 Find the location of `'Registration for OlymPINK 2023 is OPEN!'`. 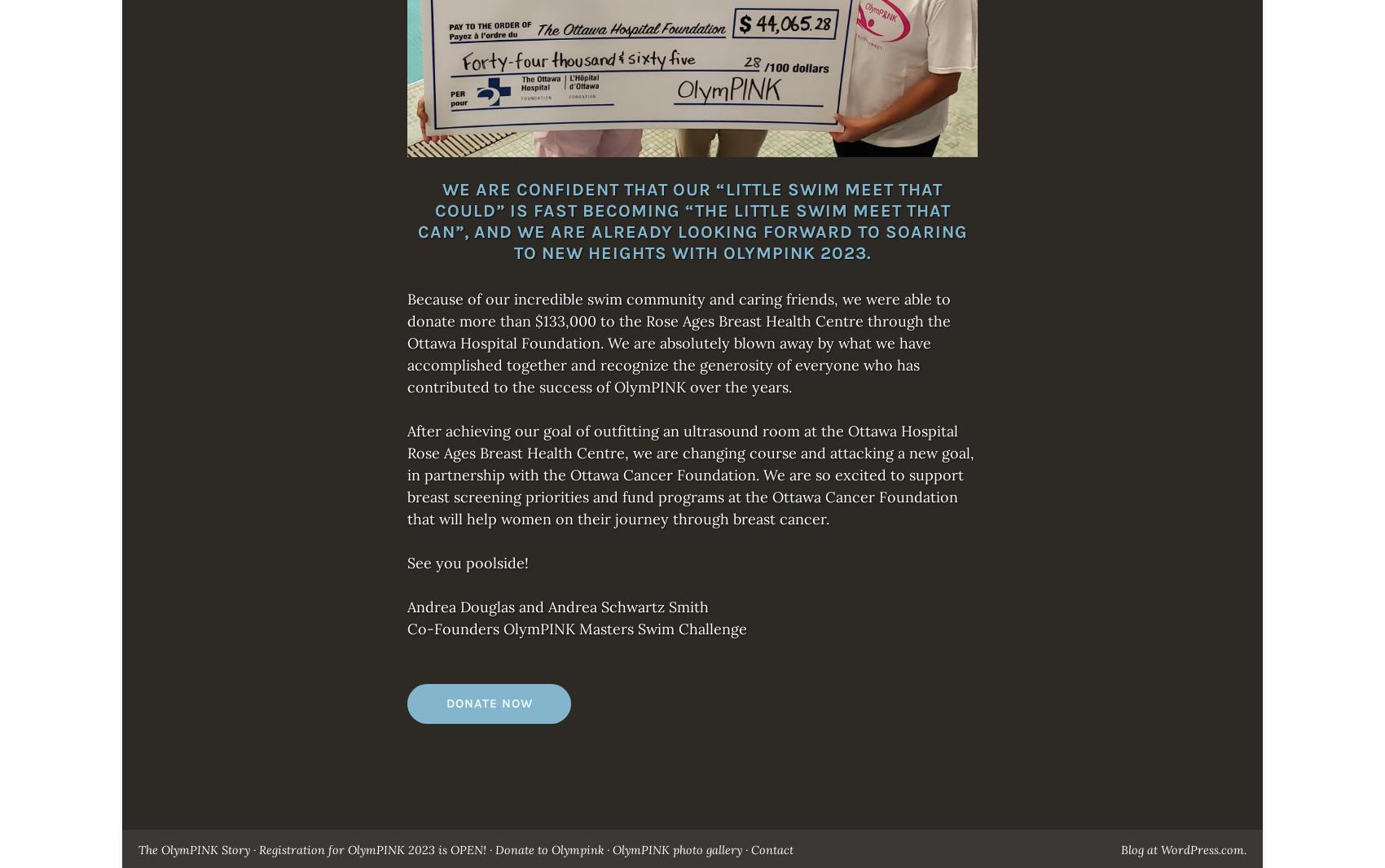

'Registration for OlymPINK 2023 is OPEN!' is located at coordinates (372, 850).